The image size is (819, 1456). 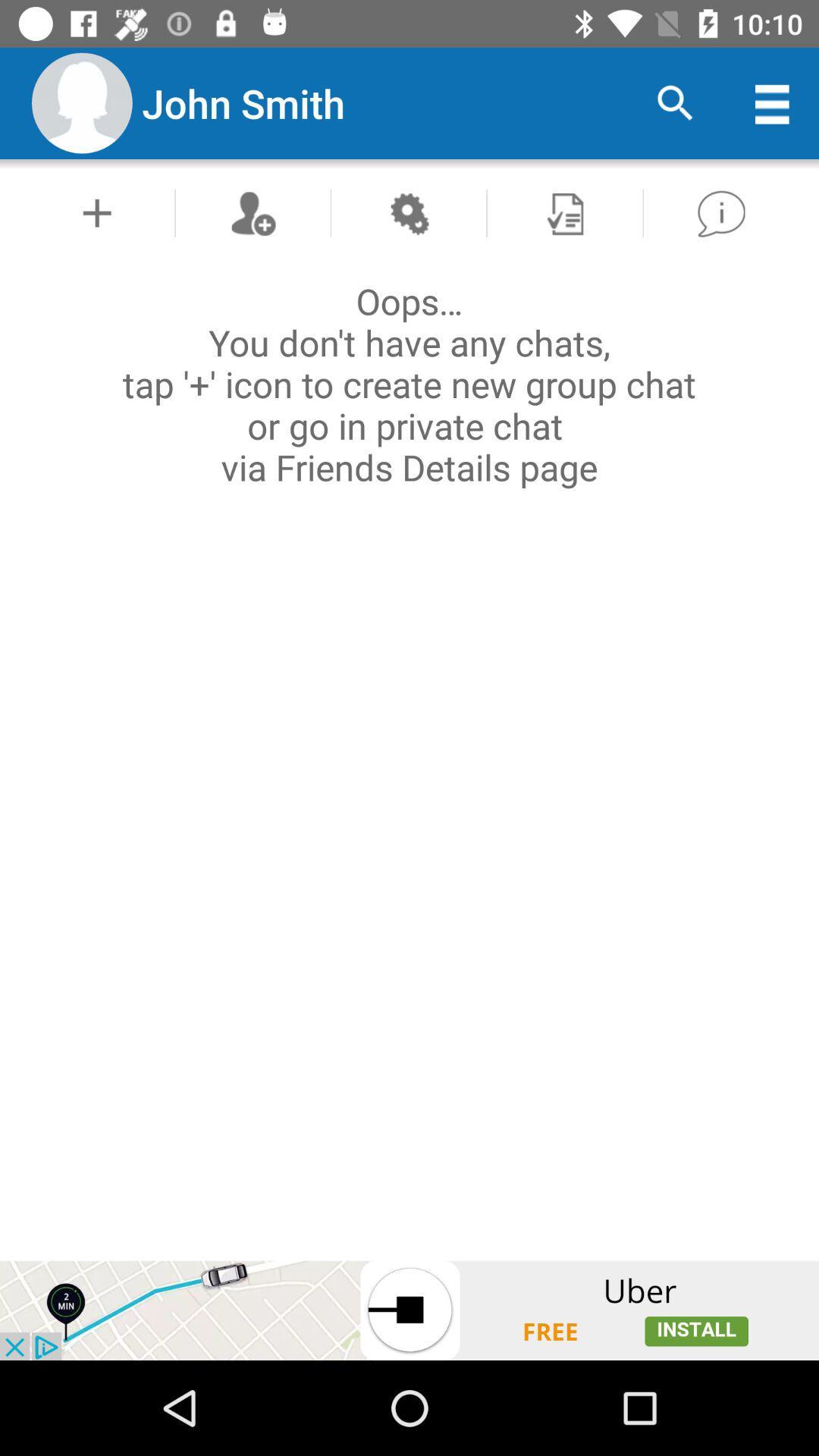 What do you see at coordinates (252, 212) in the screenshot?
I see `new chat` at bounding box center [252, 212].